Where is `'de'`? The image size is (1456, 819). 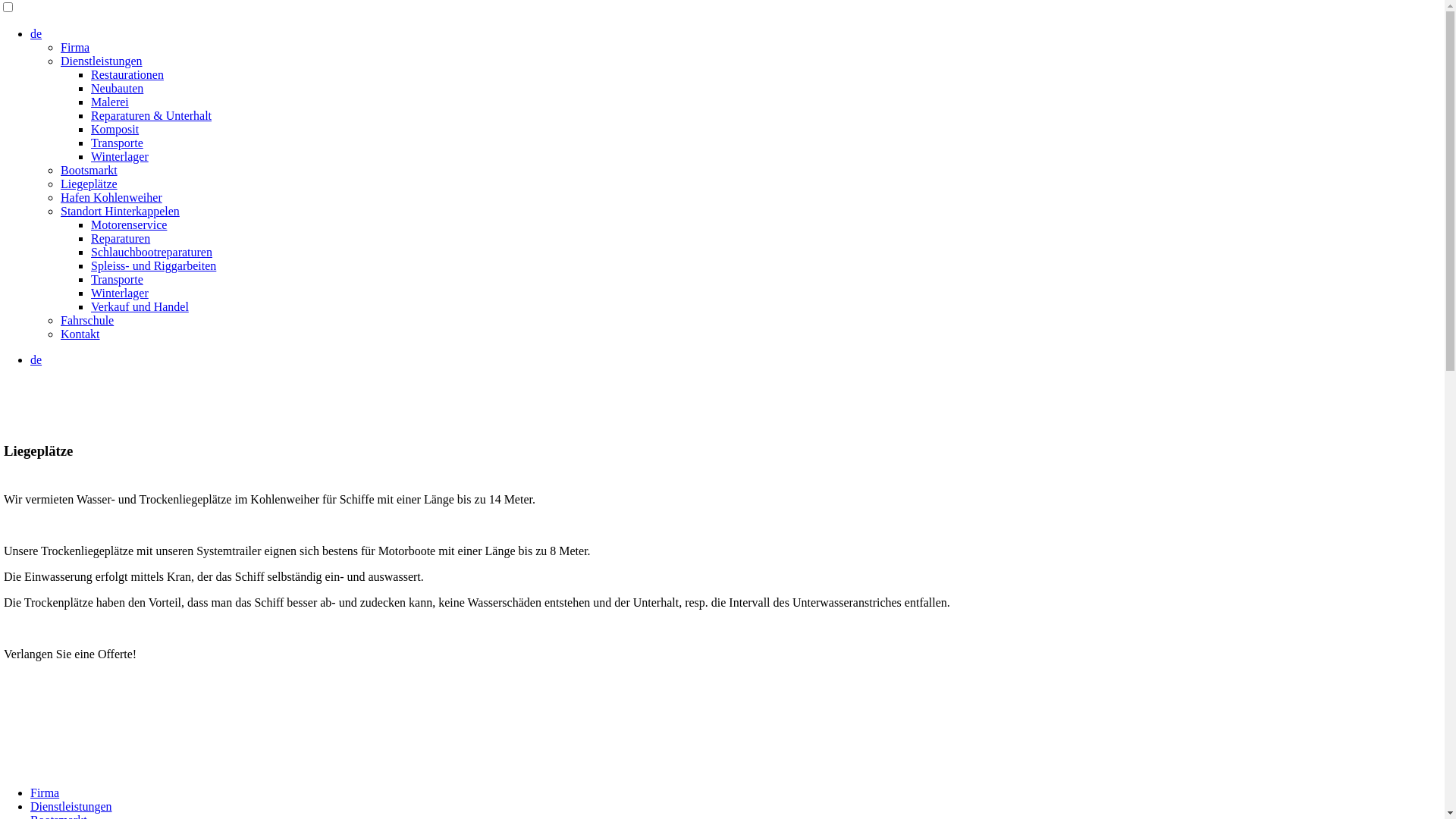
'de' is located at coordinates (36, 359).